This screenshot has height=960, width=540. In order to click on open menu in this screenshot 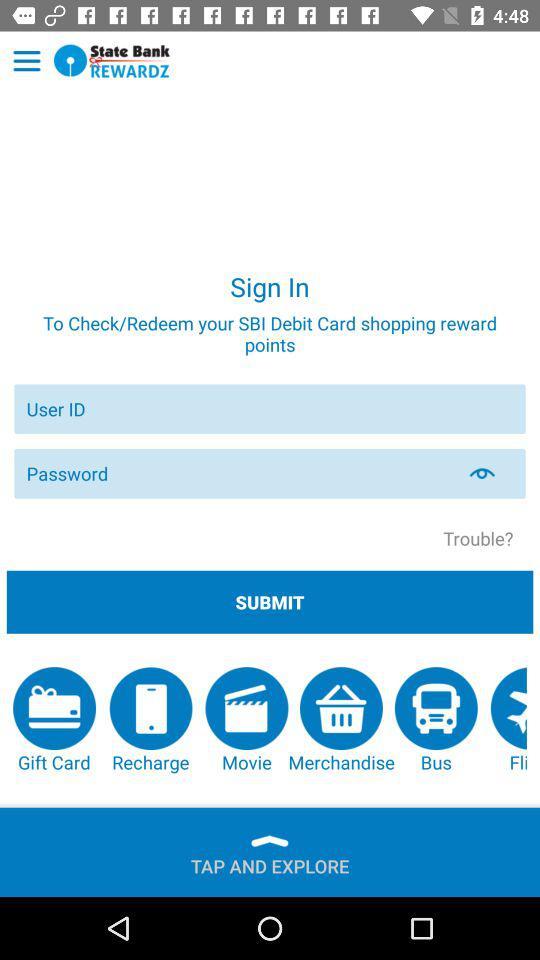, I will do `click(26, 61)`.